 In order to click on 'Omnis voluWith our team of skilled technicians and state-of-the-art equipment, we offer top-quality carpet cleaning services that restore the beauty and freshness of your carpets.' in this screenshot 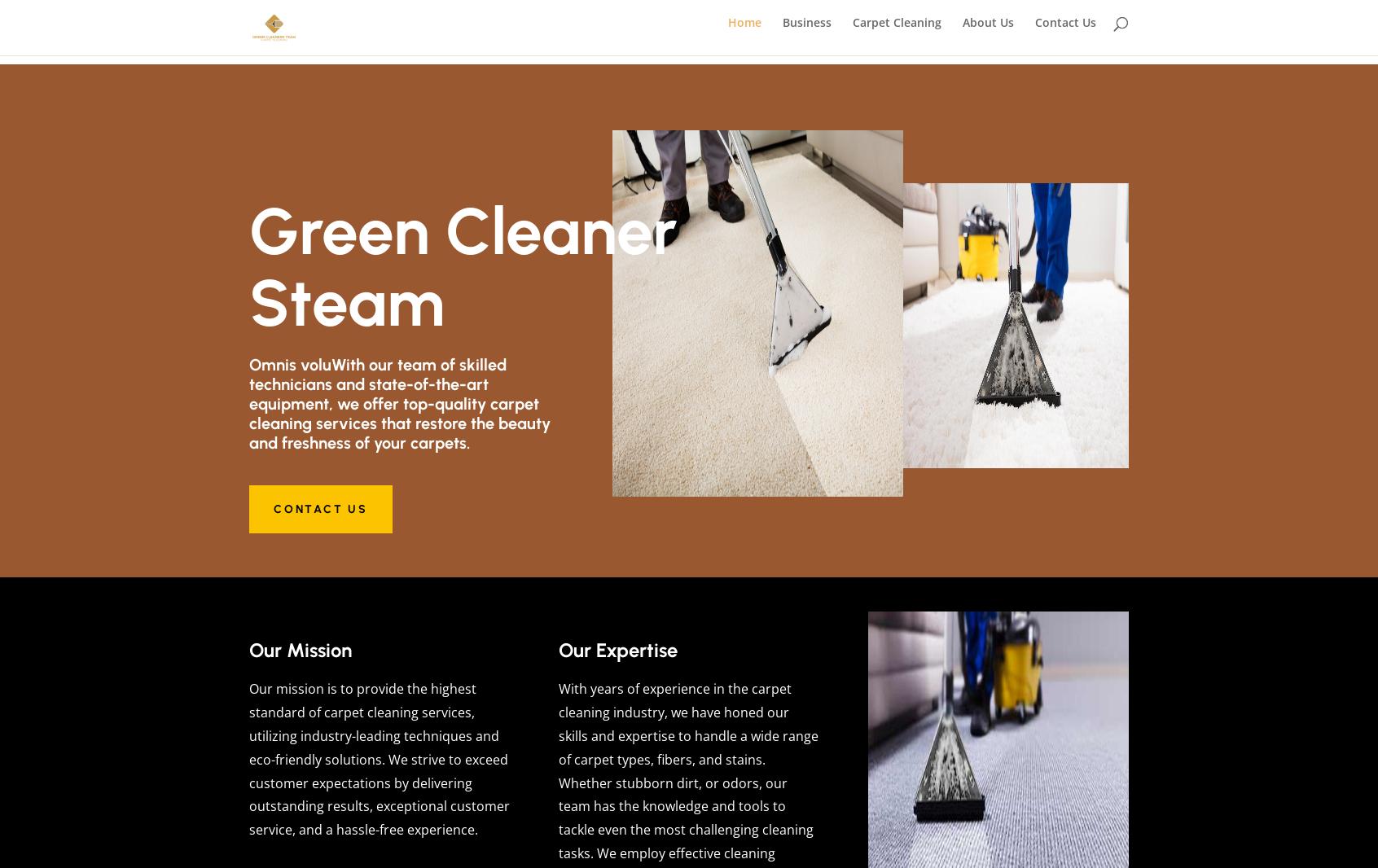, I will do `click(399, 404)`.